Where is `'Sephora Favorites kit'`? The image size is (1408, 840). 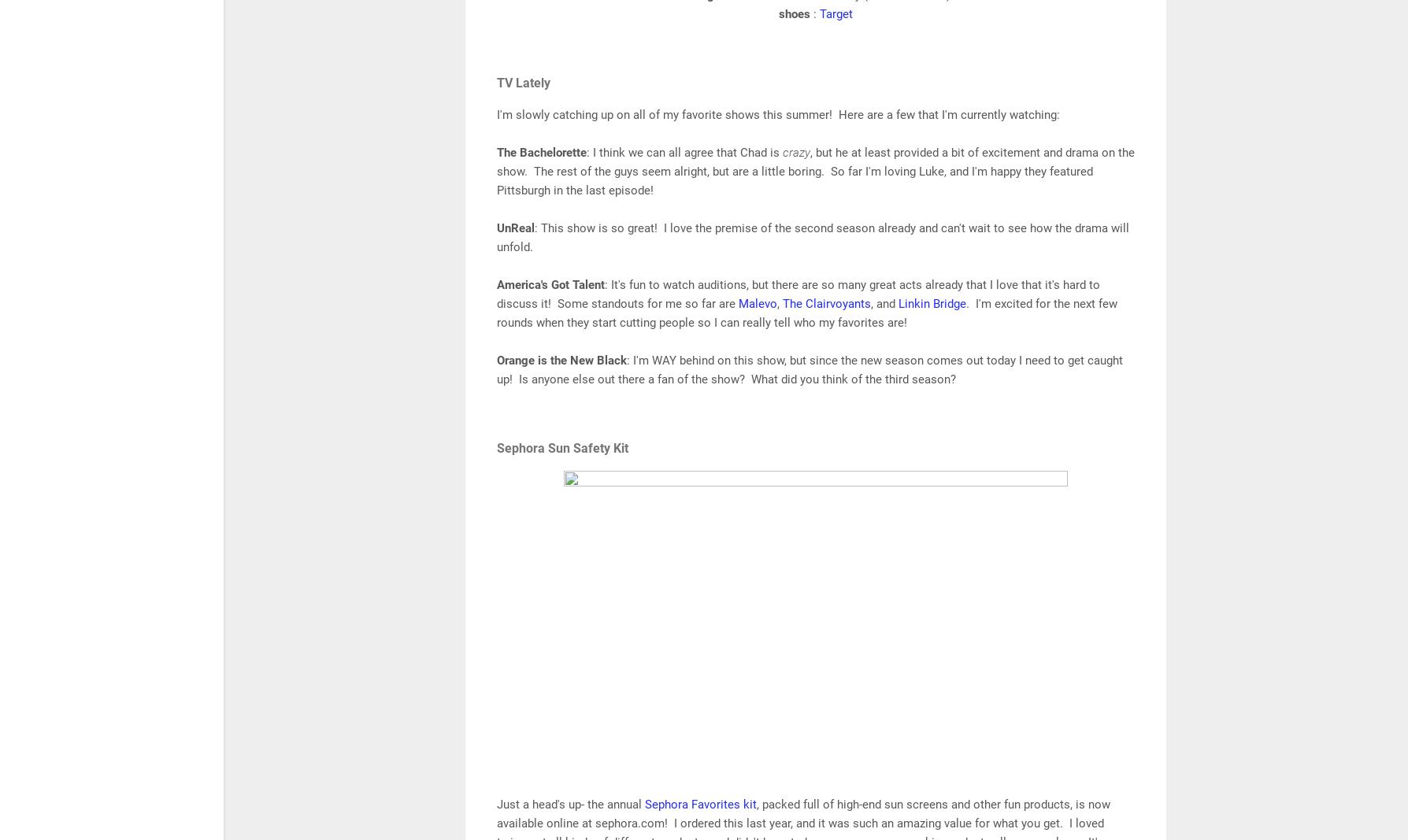 'Sephora Favorites kit' is located at coordinates (644, 804).